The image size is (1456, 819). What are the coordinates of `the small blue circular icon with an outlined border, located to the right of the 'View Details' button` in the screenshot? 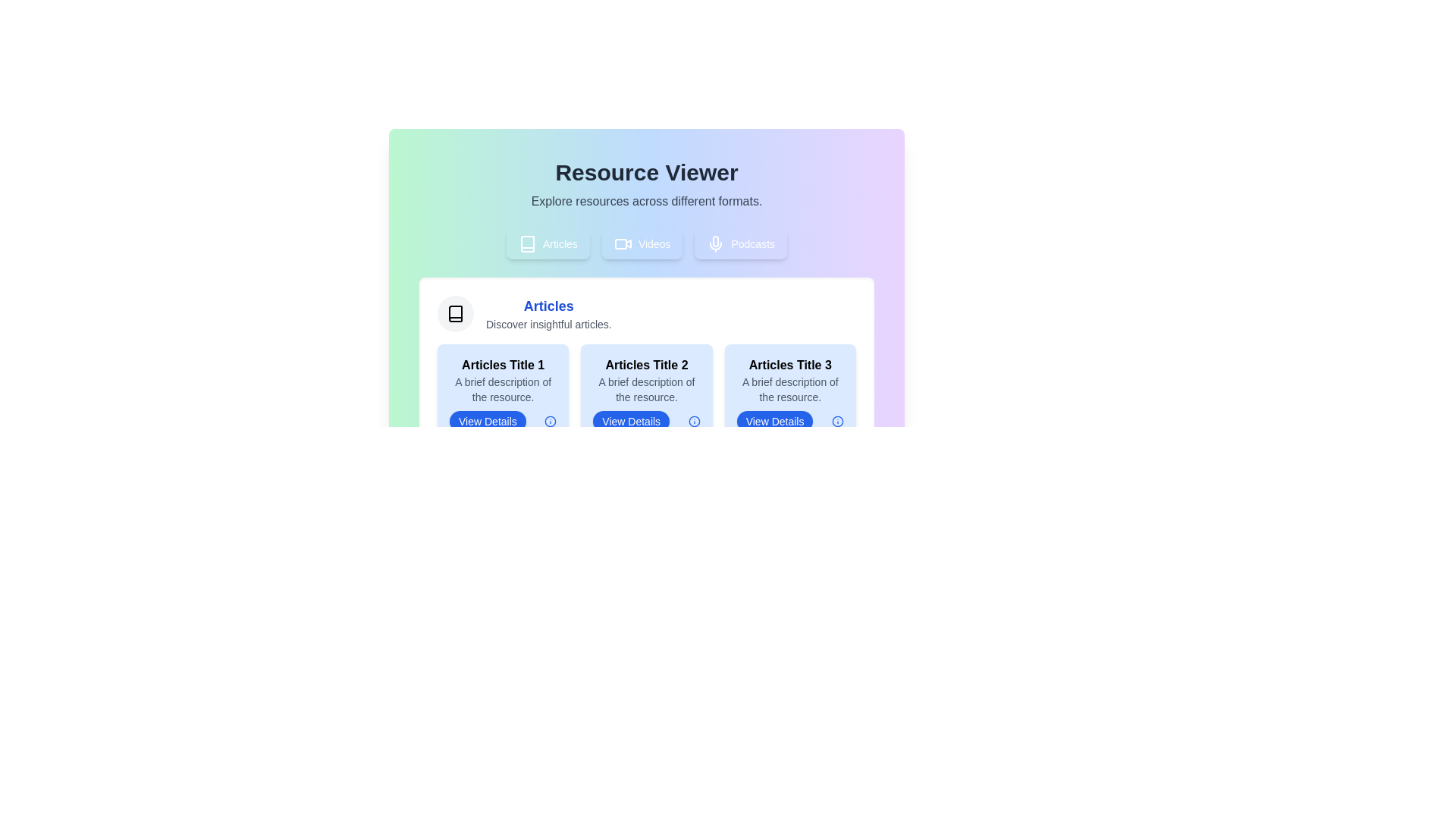 It's located at (549, 421).